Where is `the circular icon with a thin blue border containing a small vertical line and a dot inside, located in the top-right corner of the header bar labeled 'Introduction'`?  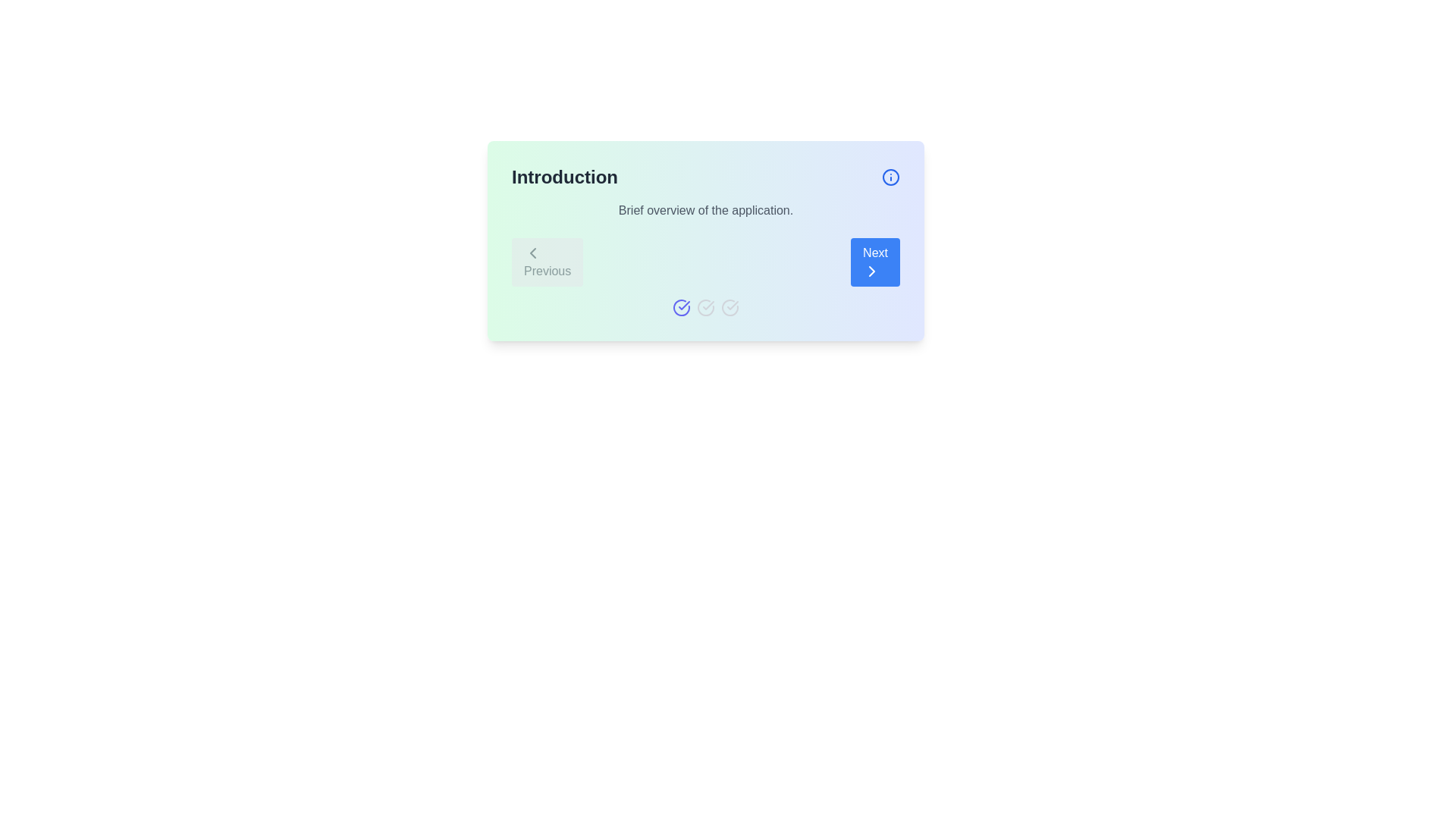 the circular icon with a thin blue border containing a small vertical line and a dot inside, located in the top-right corner of the header bar labeled 'Introduction' is located at coordinates (891, 177).